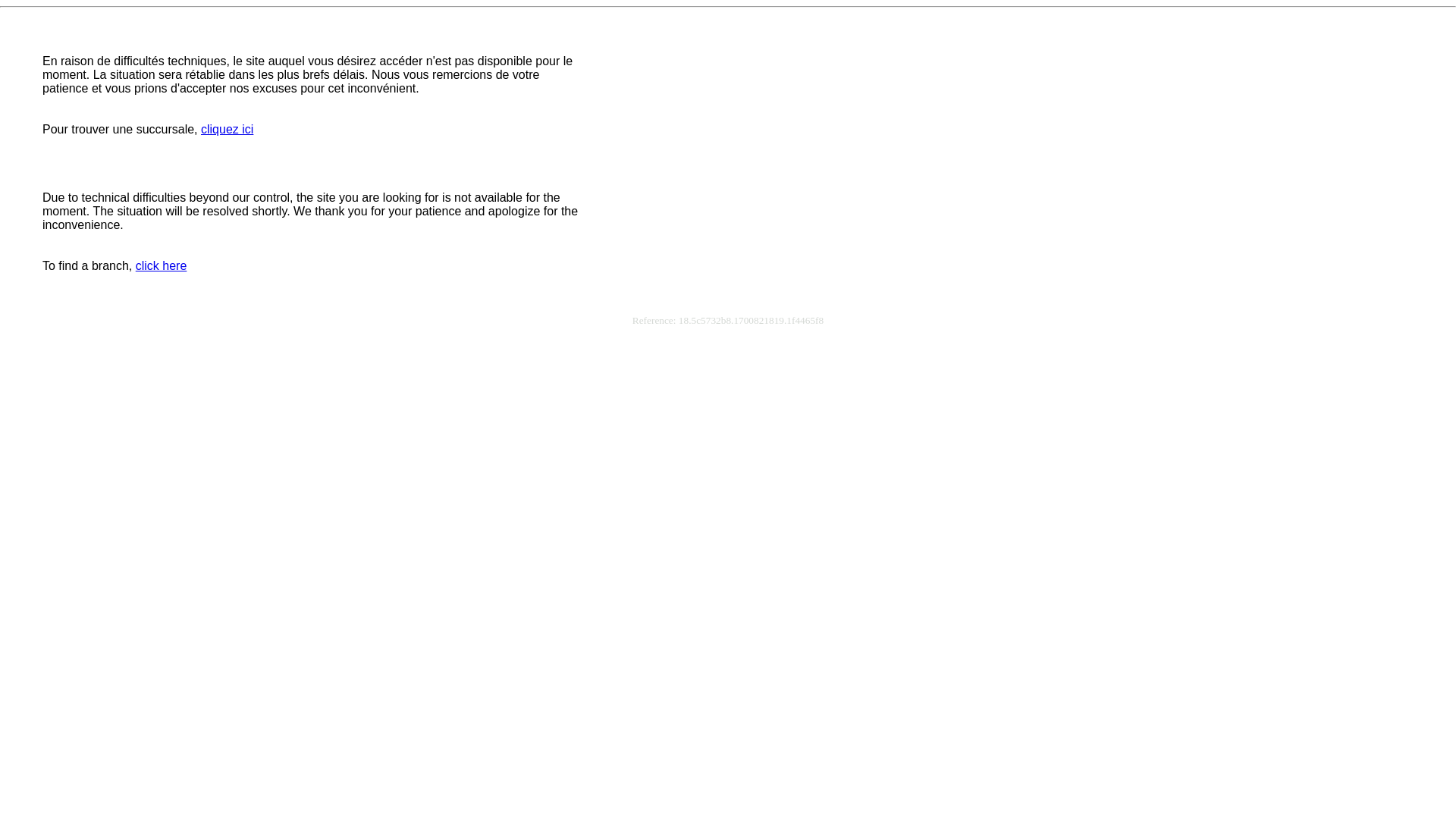 This screenshot has height=819, width=1456. Describe the element at coordinates (199, 128) in the screenshot. I see `'cliquez ici'` at that location.